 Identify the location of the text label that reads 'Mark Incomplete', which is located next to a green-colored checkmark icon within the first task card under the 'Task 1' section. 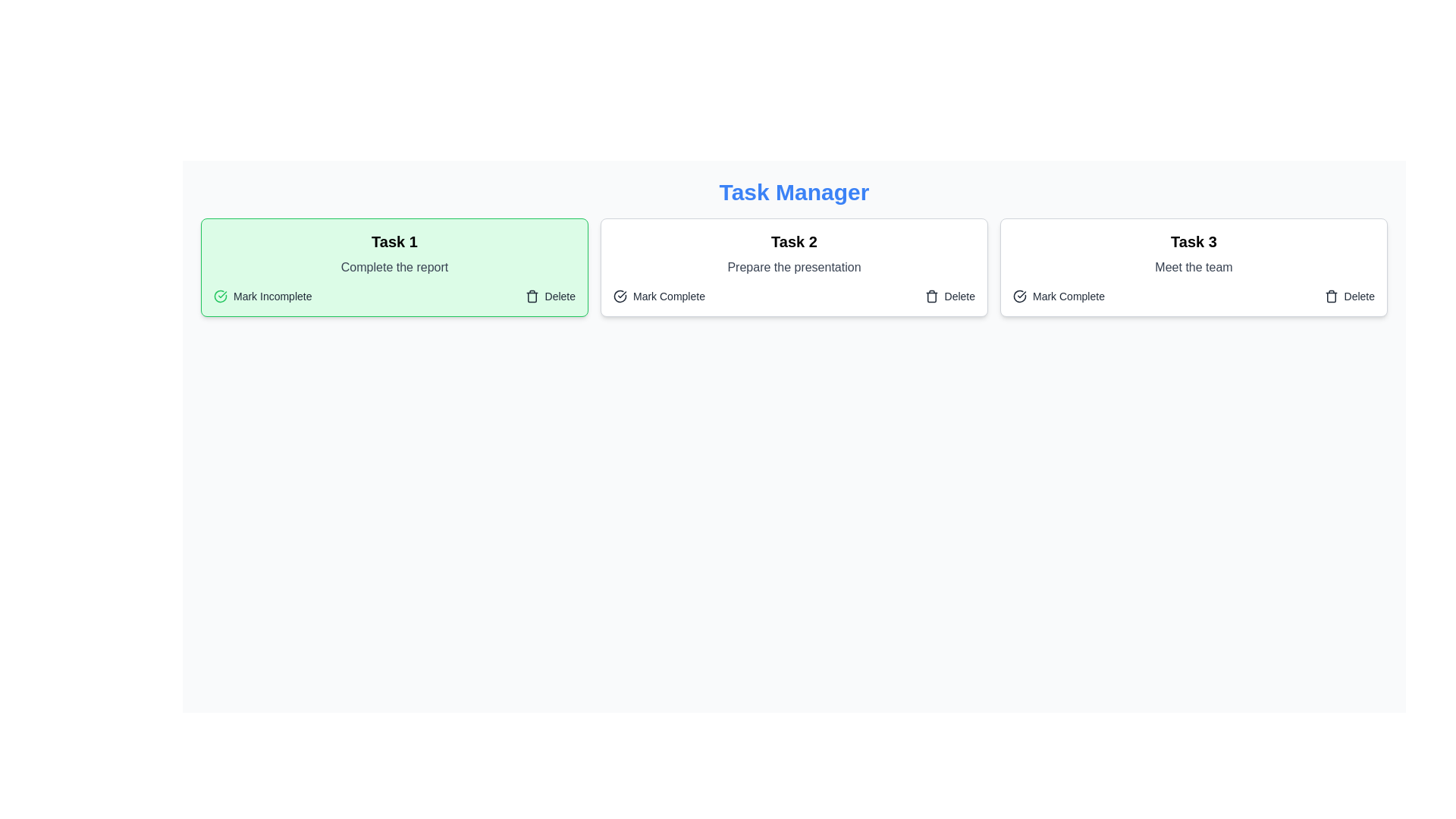
(272, 296).